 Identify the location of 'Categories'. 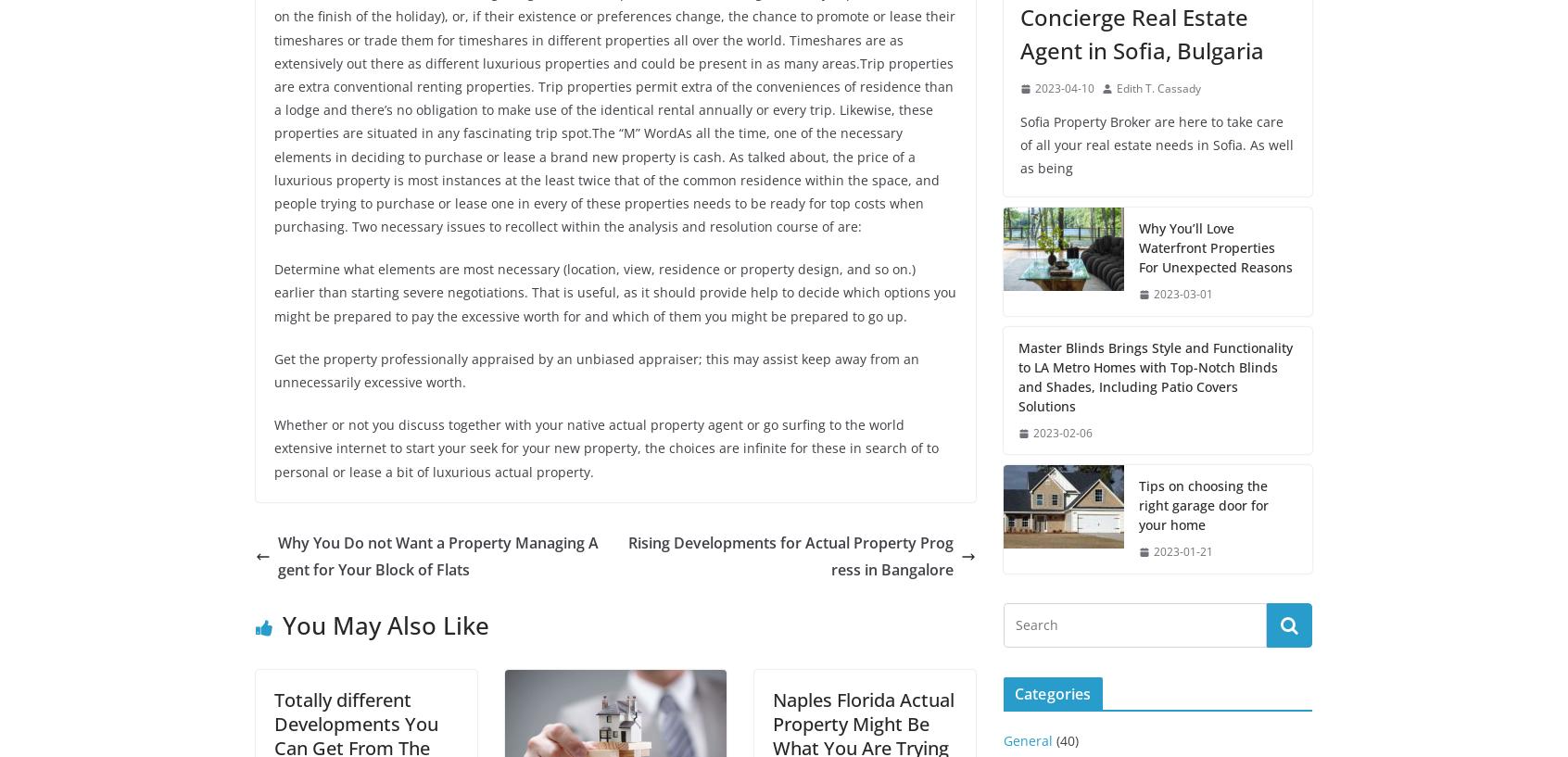
(1052, 694).